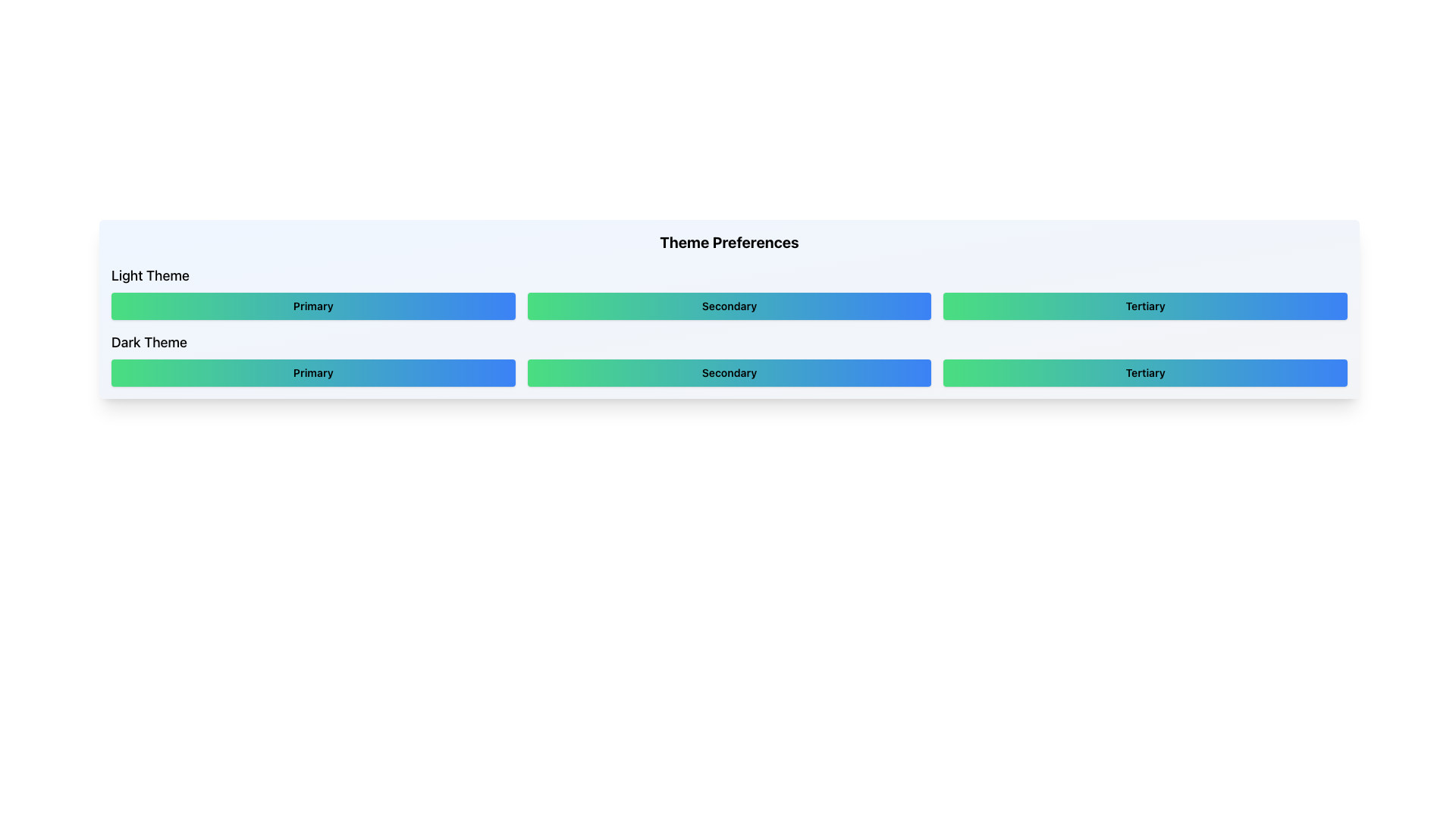 This screenshot has height=819, width=1456. I want to click on the text label reading 'Light Theme' which is positioned above the buttons labeled 'Primary', 'Secondary', and 'Tertiary', so click(150, 275).